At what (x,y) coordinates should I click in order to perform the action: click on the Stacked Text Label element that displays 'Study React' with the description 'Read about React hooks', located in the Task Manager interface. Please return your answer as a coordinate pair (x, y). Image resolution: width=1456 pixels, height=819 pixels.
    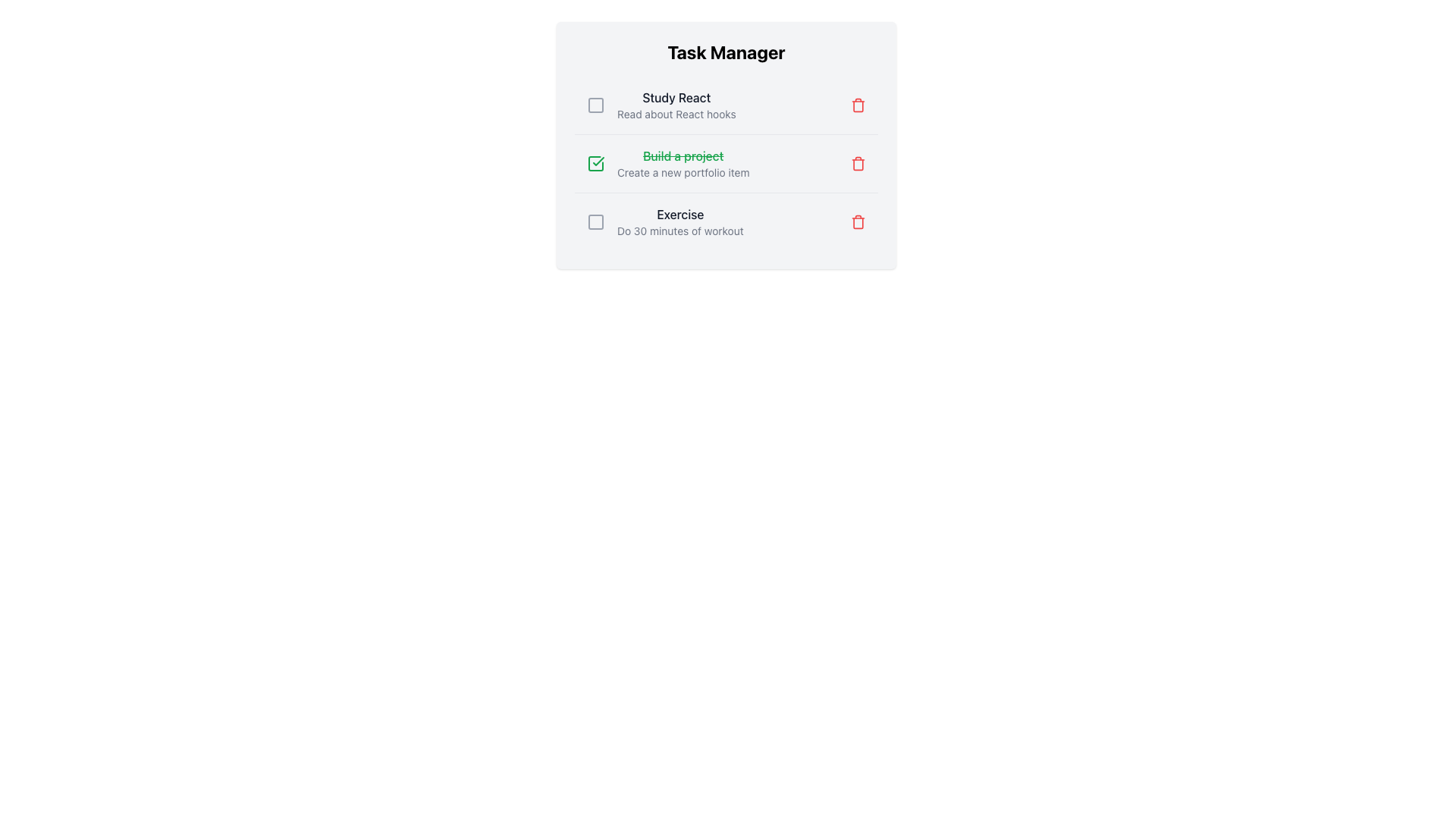
    Looking at the image, I should click on (676, 104).